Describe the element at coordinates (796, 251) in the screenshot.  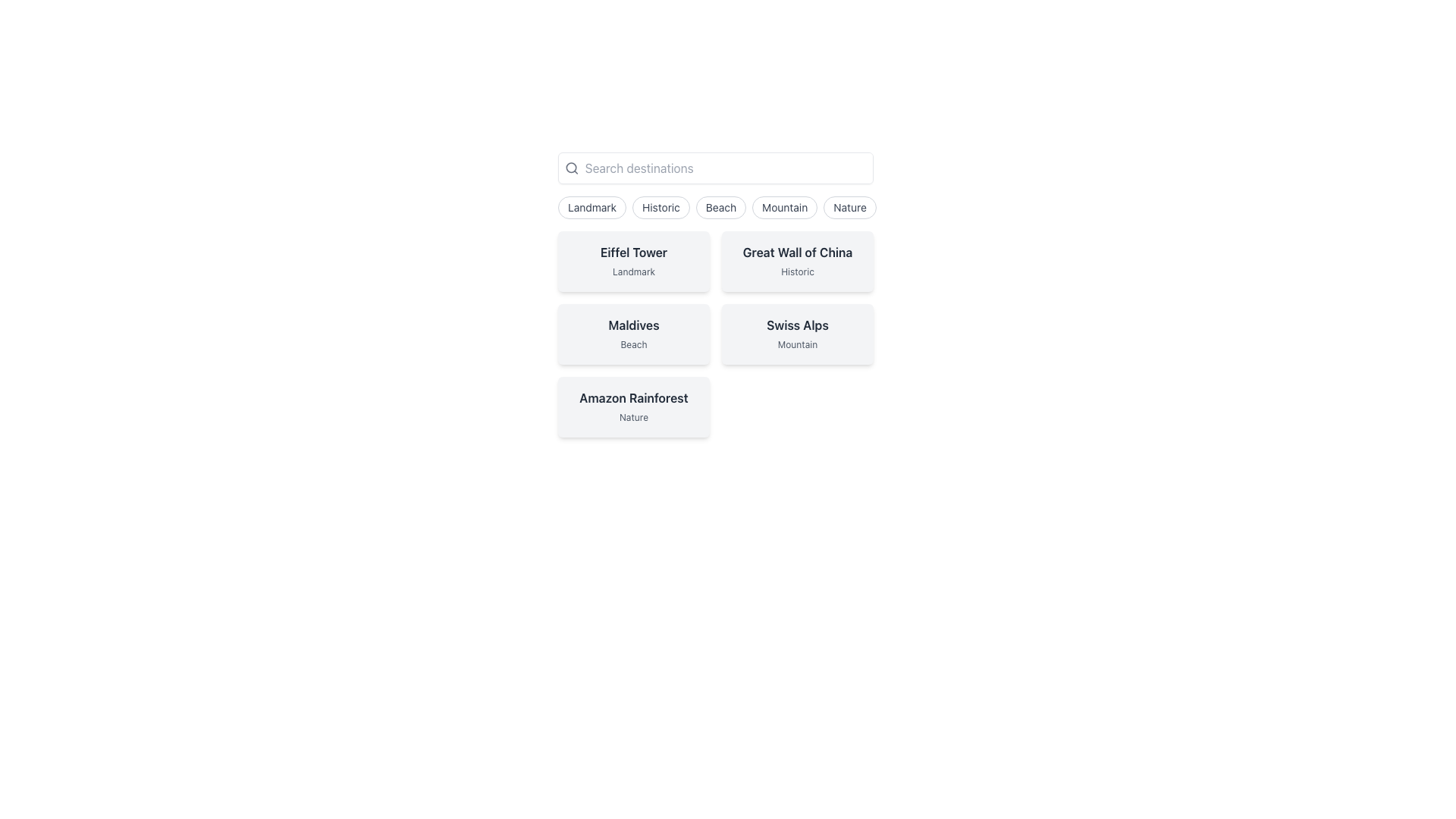
I see `the text label displaying 'Great Wall of China', which is styled in bold and dark gray, located within a card in the second row and second column of the grid layout` at that location.